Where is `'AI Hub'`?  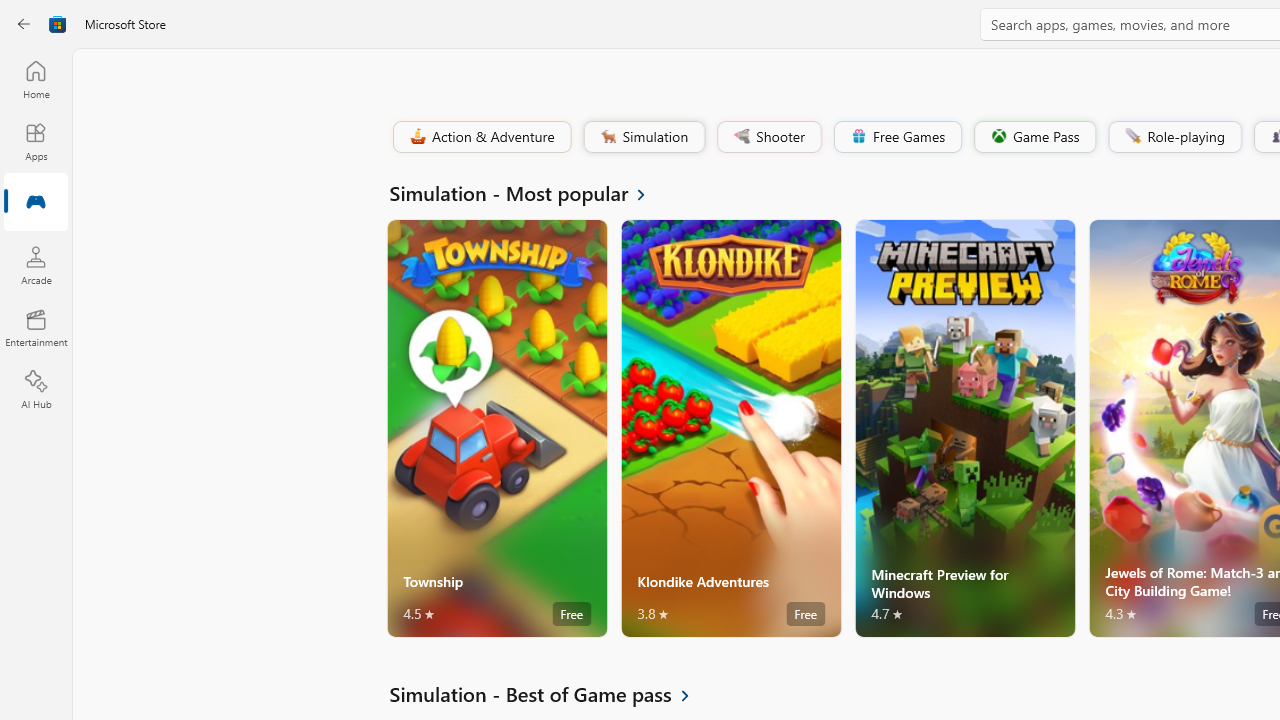 'AI Hub' is located at coordinates (35, 390).